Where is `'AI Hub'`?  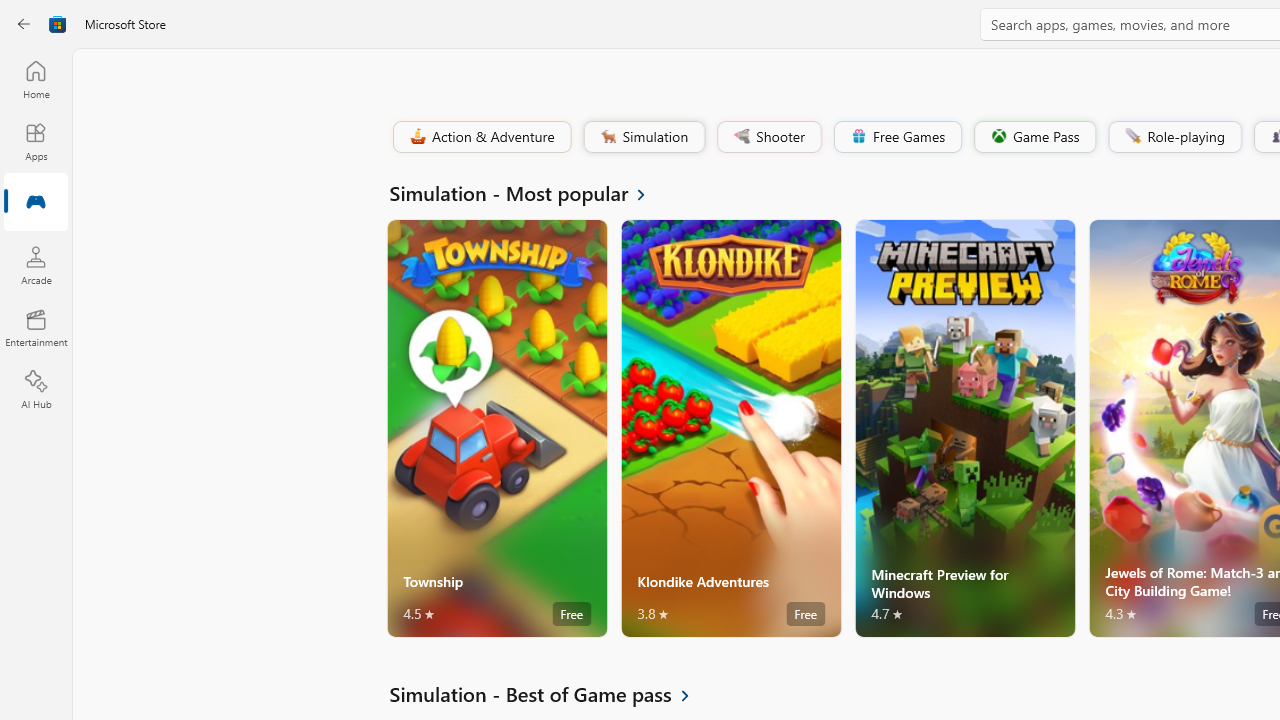 'AI Hub' is located at coordinates (35, 390).